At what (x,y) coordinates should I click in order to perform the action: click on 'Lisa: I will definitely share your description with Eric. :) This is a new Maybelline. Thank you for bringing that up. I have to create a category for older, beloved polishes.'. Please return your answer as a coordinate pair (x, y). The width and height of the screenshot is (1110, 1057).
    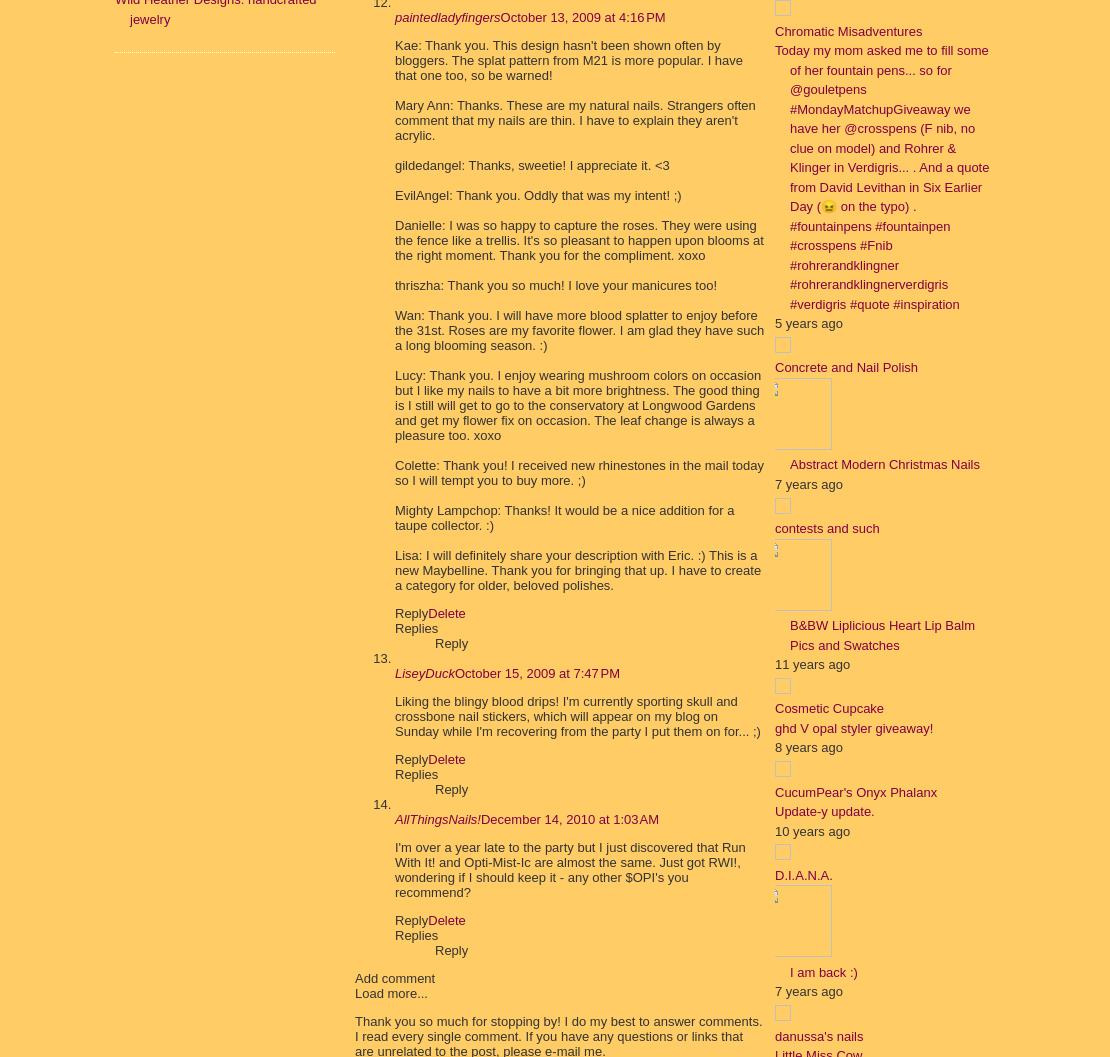
    Looking at the image, I should click on (577, 569).